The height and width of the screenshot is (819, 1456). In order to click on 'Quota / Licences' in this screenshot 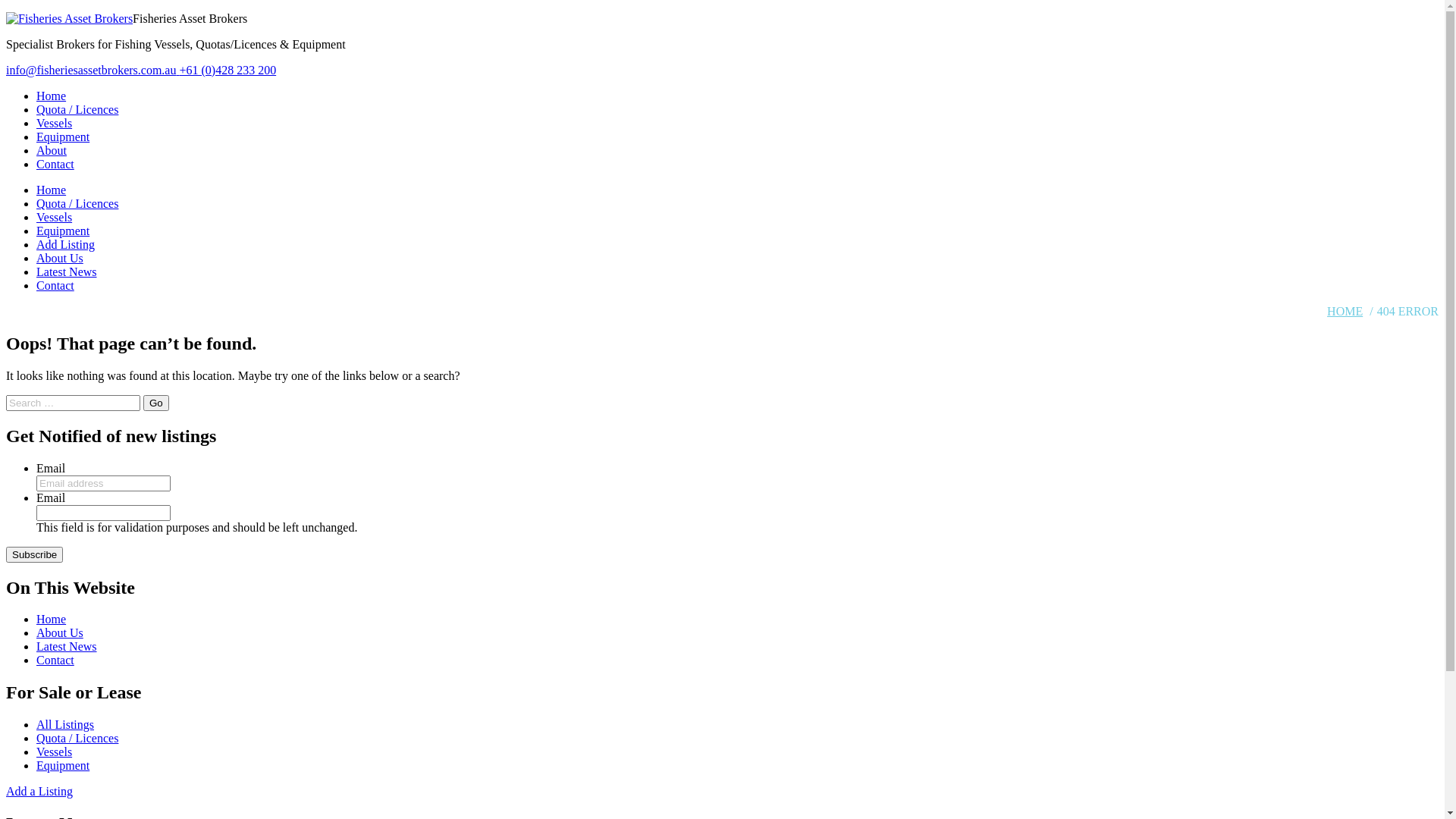, I will do `click(76, 202)`.